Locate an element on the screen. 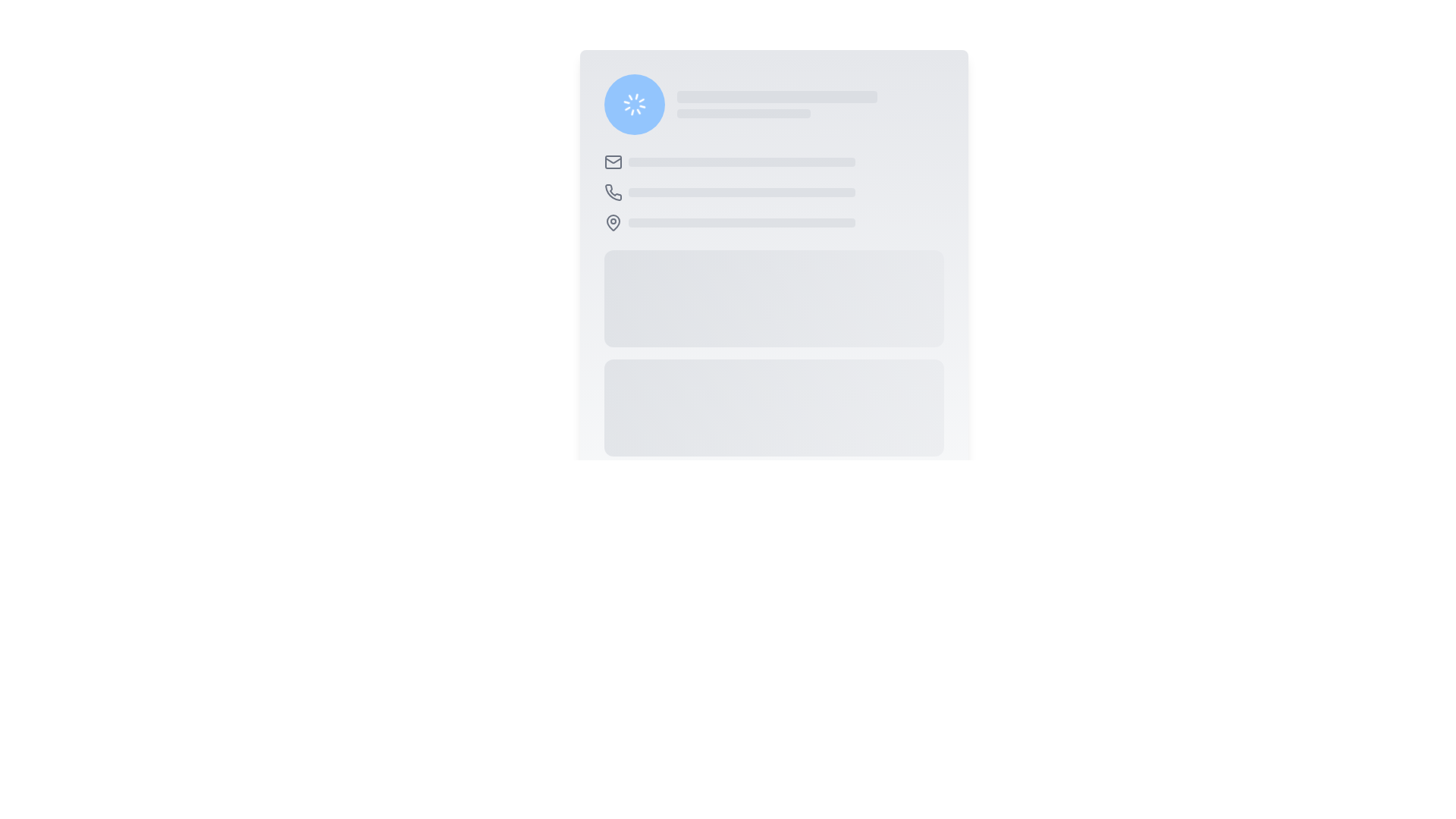  the Spinner or loading indicator located at the center of the circular blue area in the top-left section of the detailed information card is located at coordinates (634, 104).